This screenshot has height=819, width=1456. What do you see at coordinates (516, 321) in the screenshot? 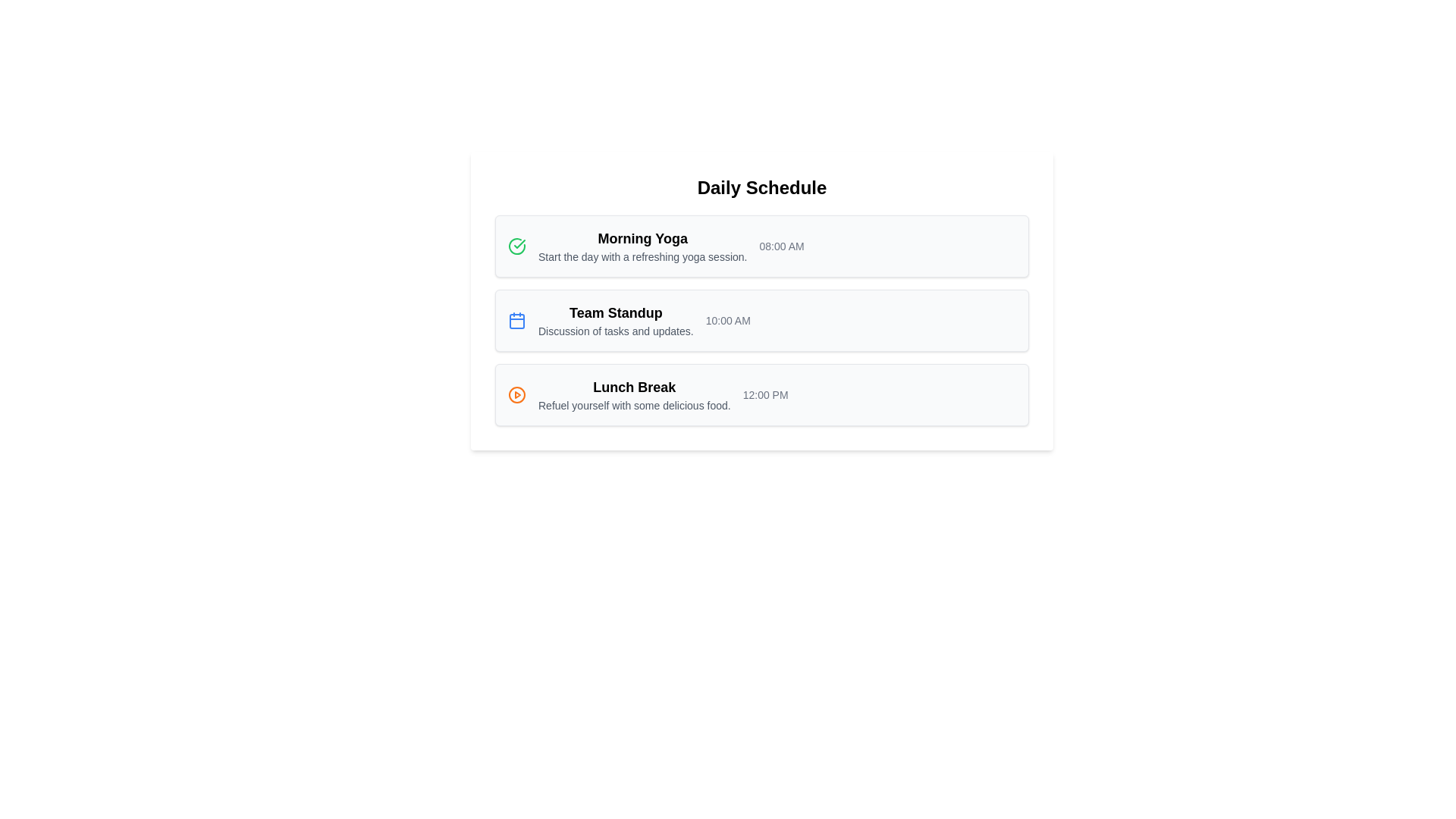
I see `the central part of the calendar icon, which serves as a visual component and is located to the left of the 'Team Standup' text` at bounding box center [516, 321].